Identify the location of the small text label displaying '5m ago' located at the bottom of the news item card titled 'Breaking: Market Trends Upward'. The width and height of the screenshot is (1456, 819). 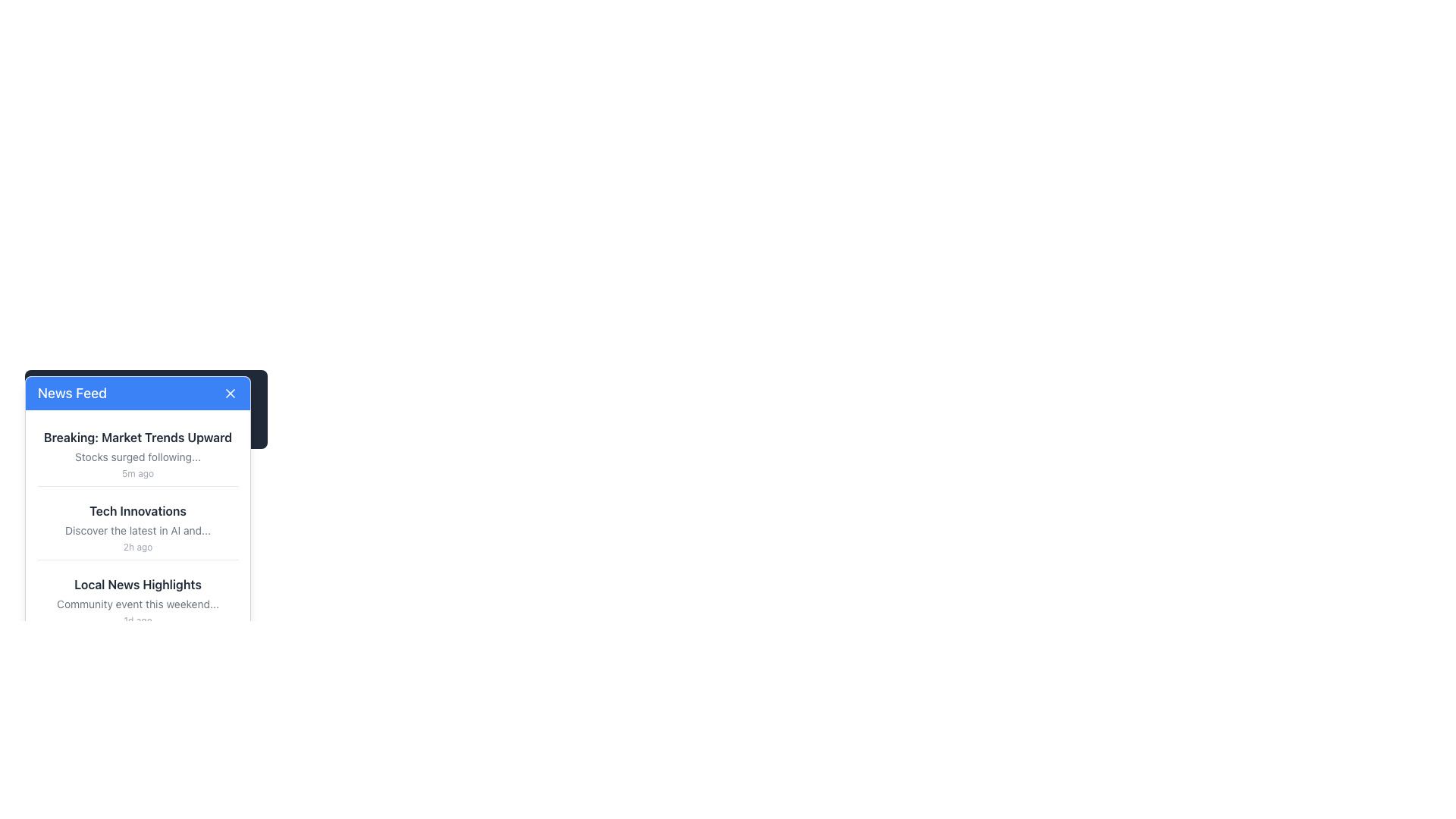
(138, 472).